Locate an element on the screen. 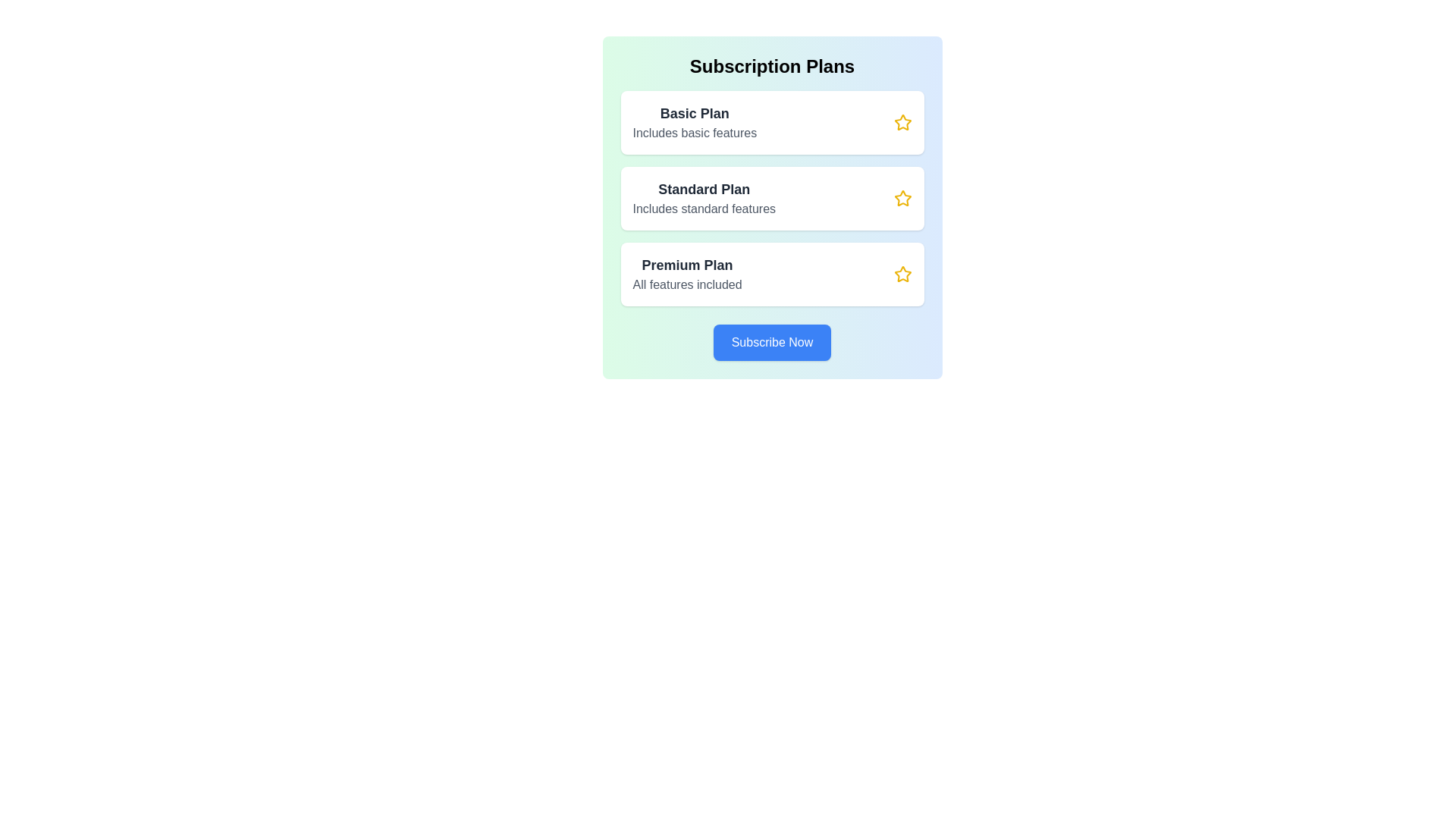 This screenshot has height=819, width=1456. the subscription plan named Premium Plan to view its details is located at coordinates (772, 275).